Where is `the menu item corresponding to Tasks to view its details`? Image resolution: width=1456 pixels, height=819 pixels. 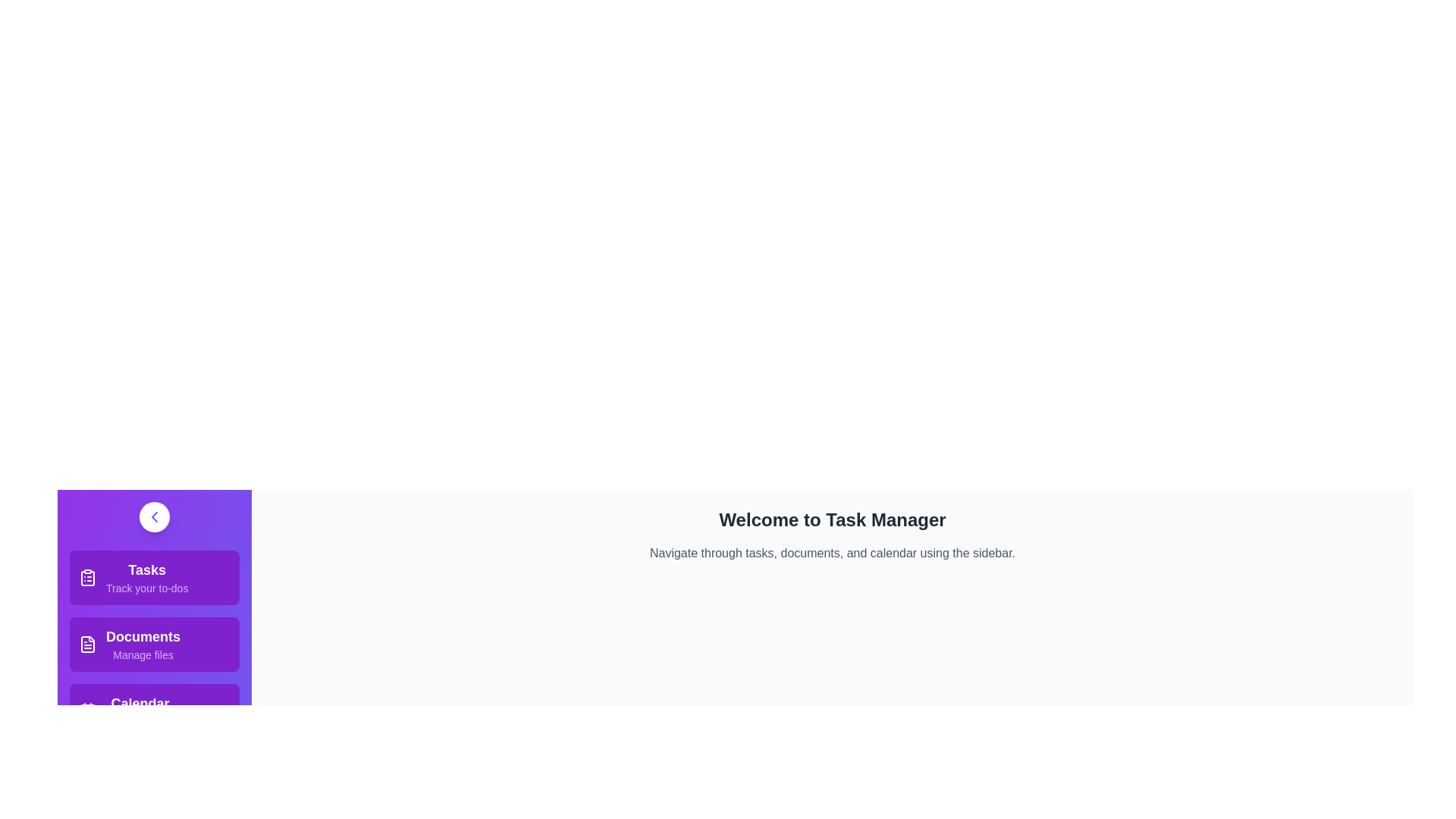 the menu item corresponding to Tasks to view its details is located at coordinates (154, 578).